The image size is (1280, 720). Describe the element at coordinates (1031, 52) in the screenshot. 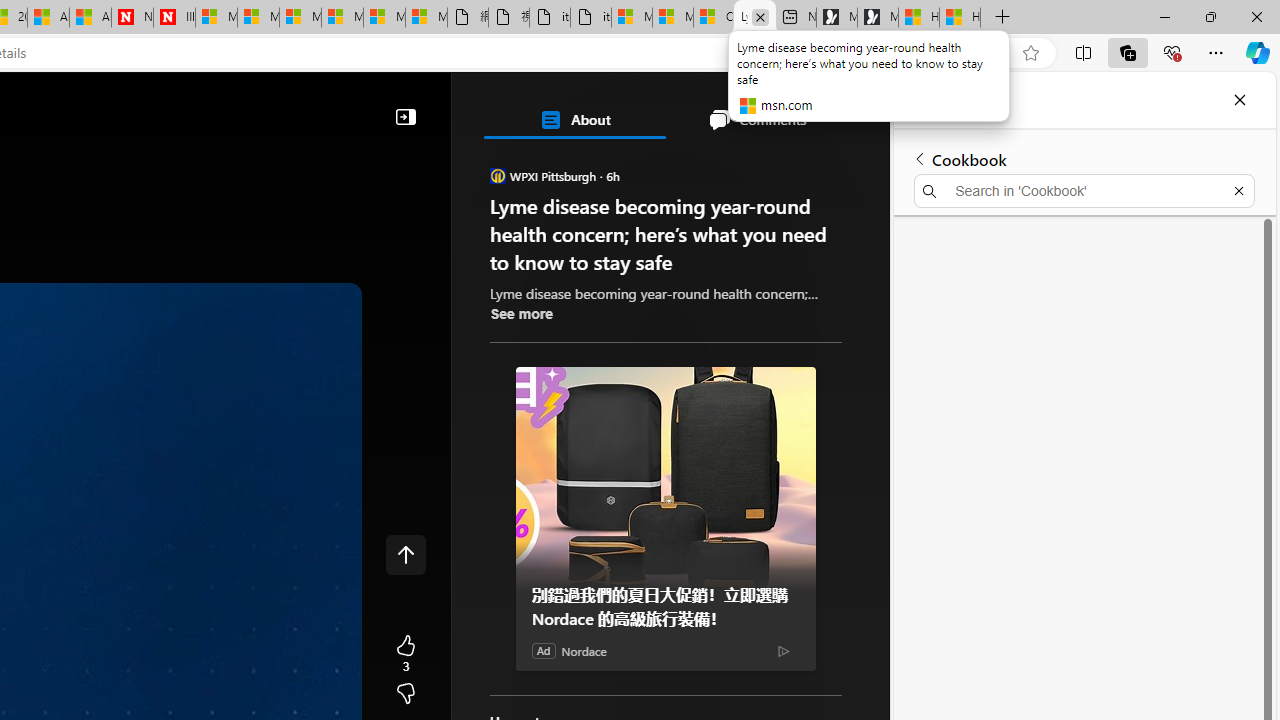

I see `'Add this page to favorites (Ctrl+D)'` at that location.